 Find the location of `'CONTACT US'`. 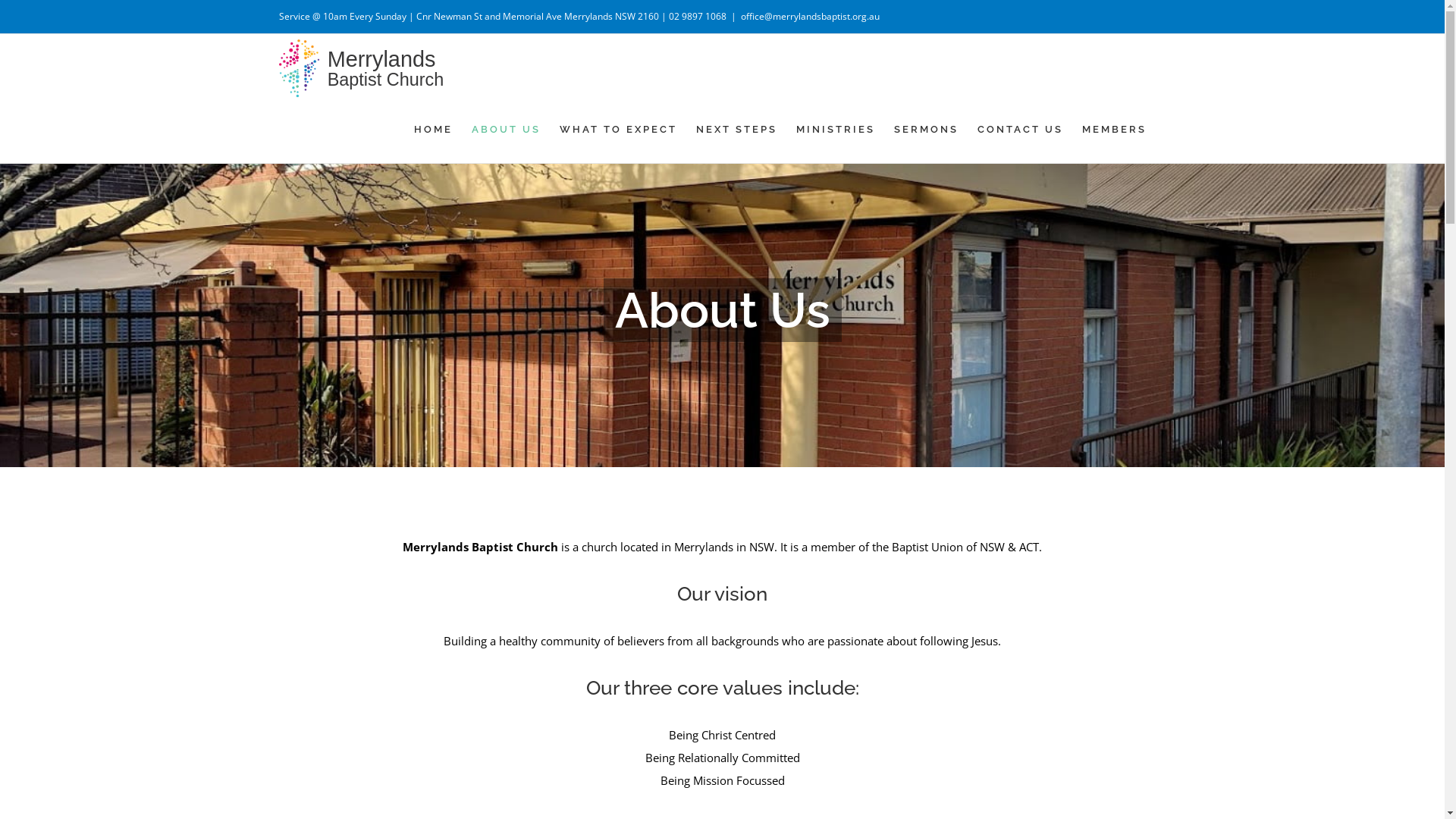

'CONTACT US' is located at coordinates (1020, 127).